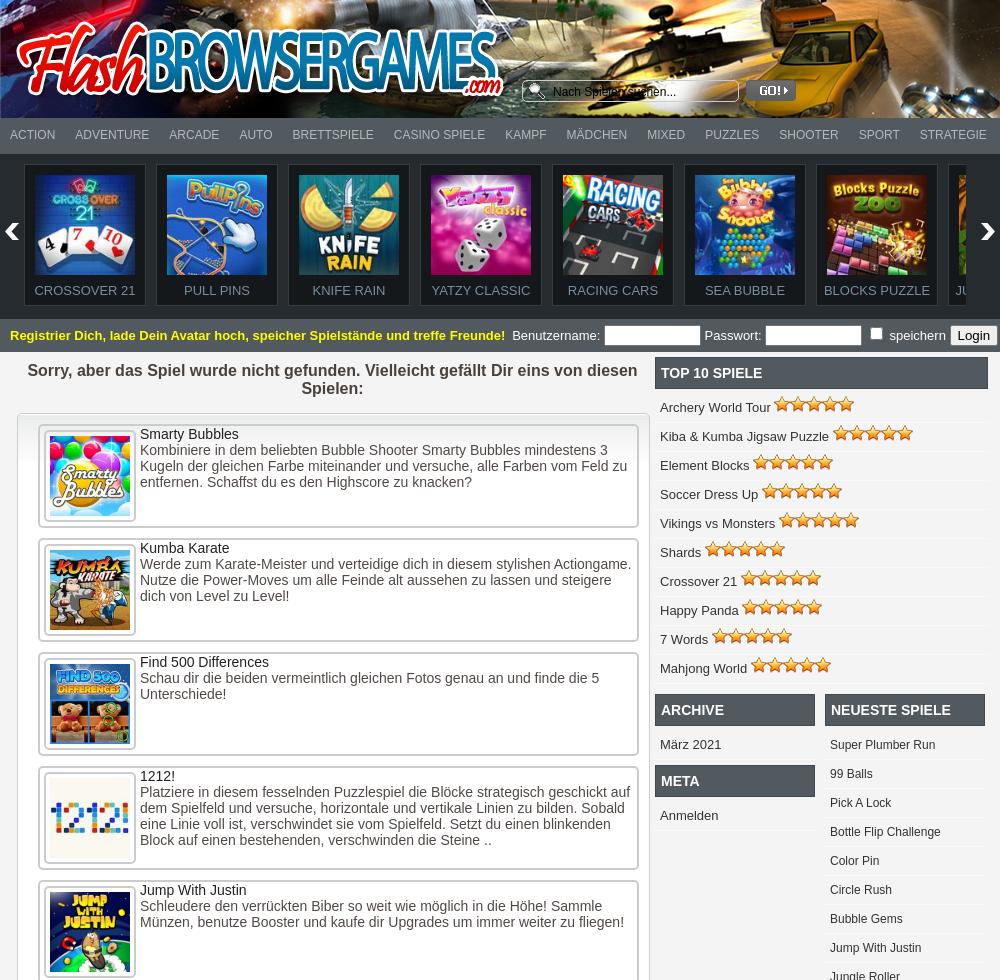  I want to click on 'Werde zum Karate-Meister und verteidige dich in diesem stylishen Actiongame. Nutze die Power-Moves um alle Feinde alt aussehen zu lassen und steigere dich von Level zu Level!', so click(385, 579).